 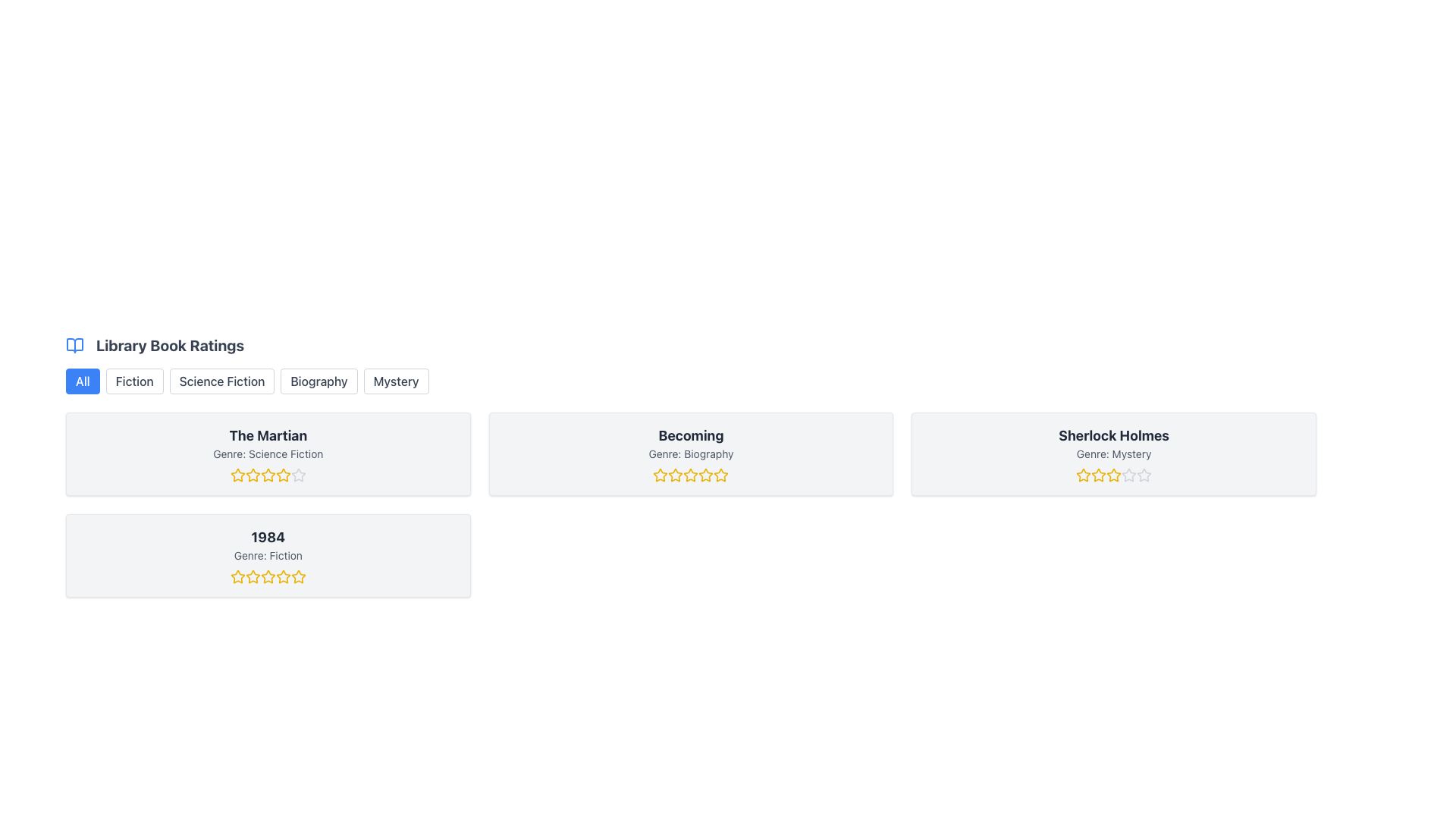 I want to click on the fourth yellow star icon in the rating section of the '1984' book card, so click(x=268, y=576).